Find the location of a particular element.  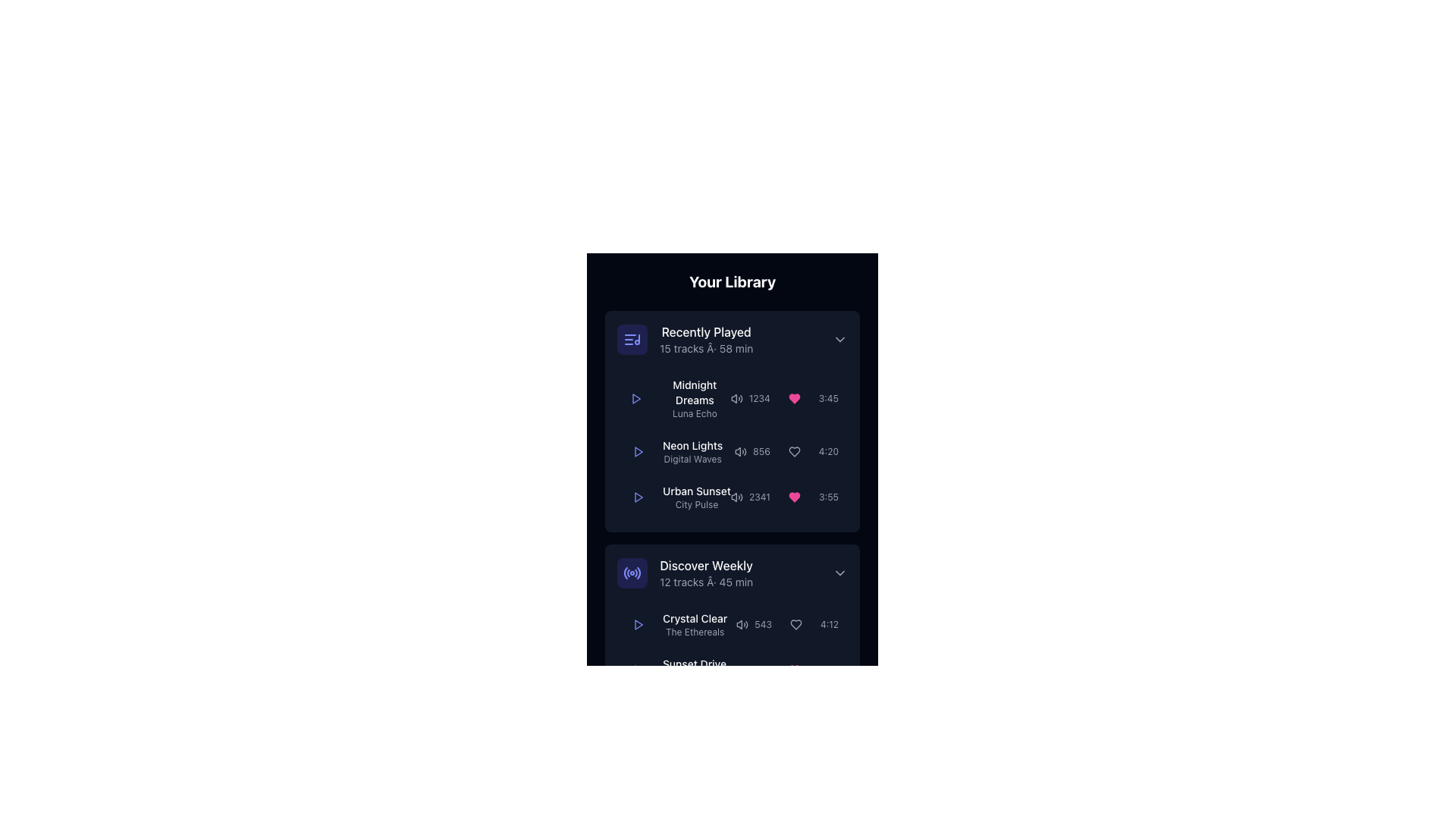

the play button located to the left of the 'Neon Lights' song title within the 'Recently Played' section of 'Your Library' for keyboard interaction is located at coordinates (637, 397).